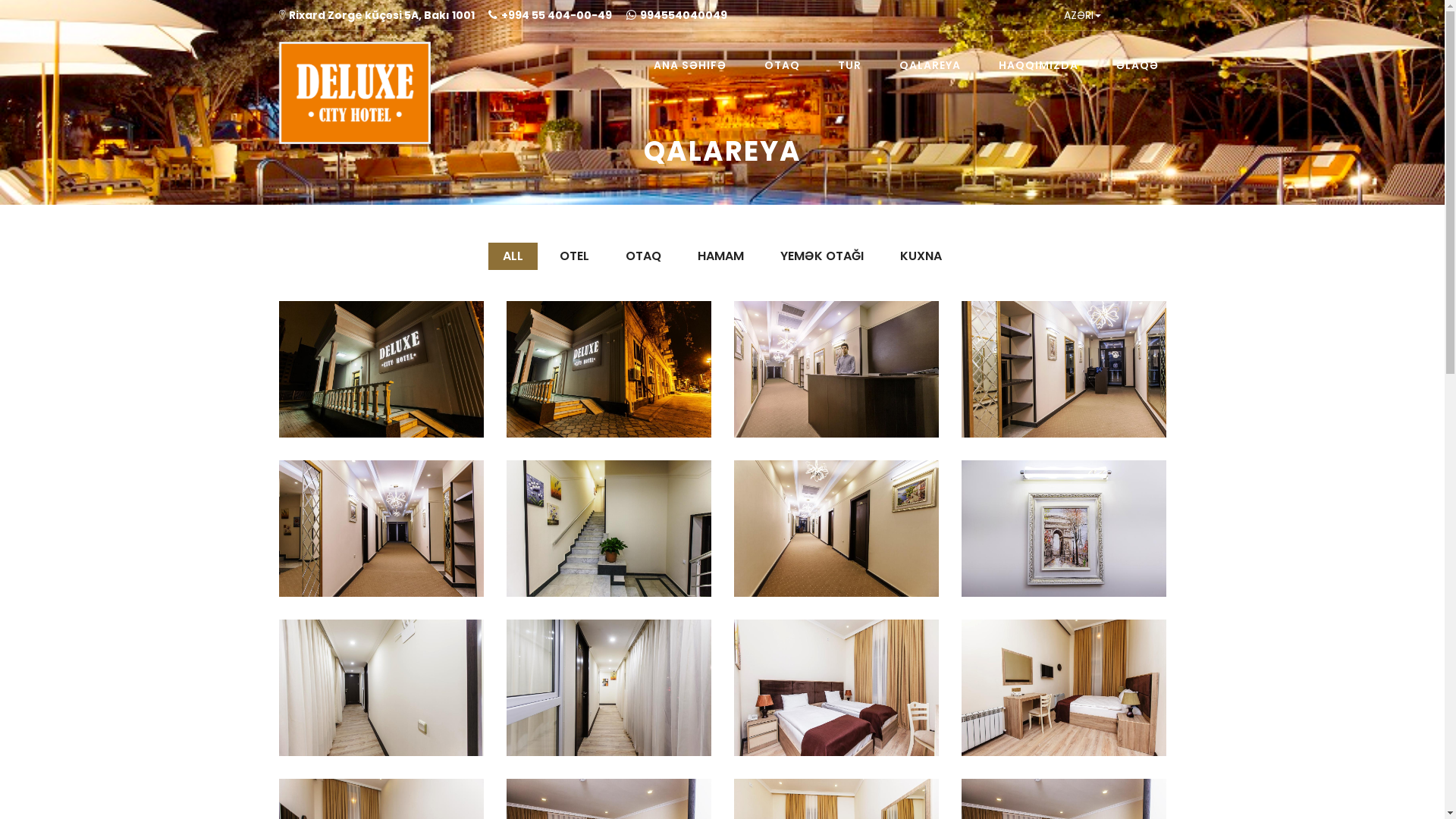 This screenshot has width=1456, height=819. I want to click on 'HAMAM', so click(720, 256).